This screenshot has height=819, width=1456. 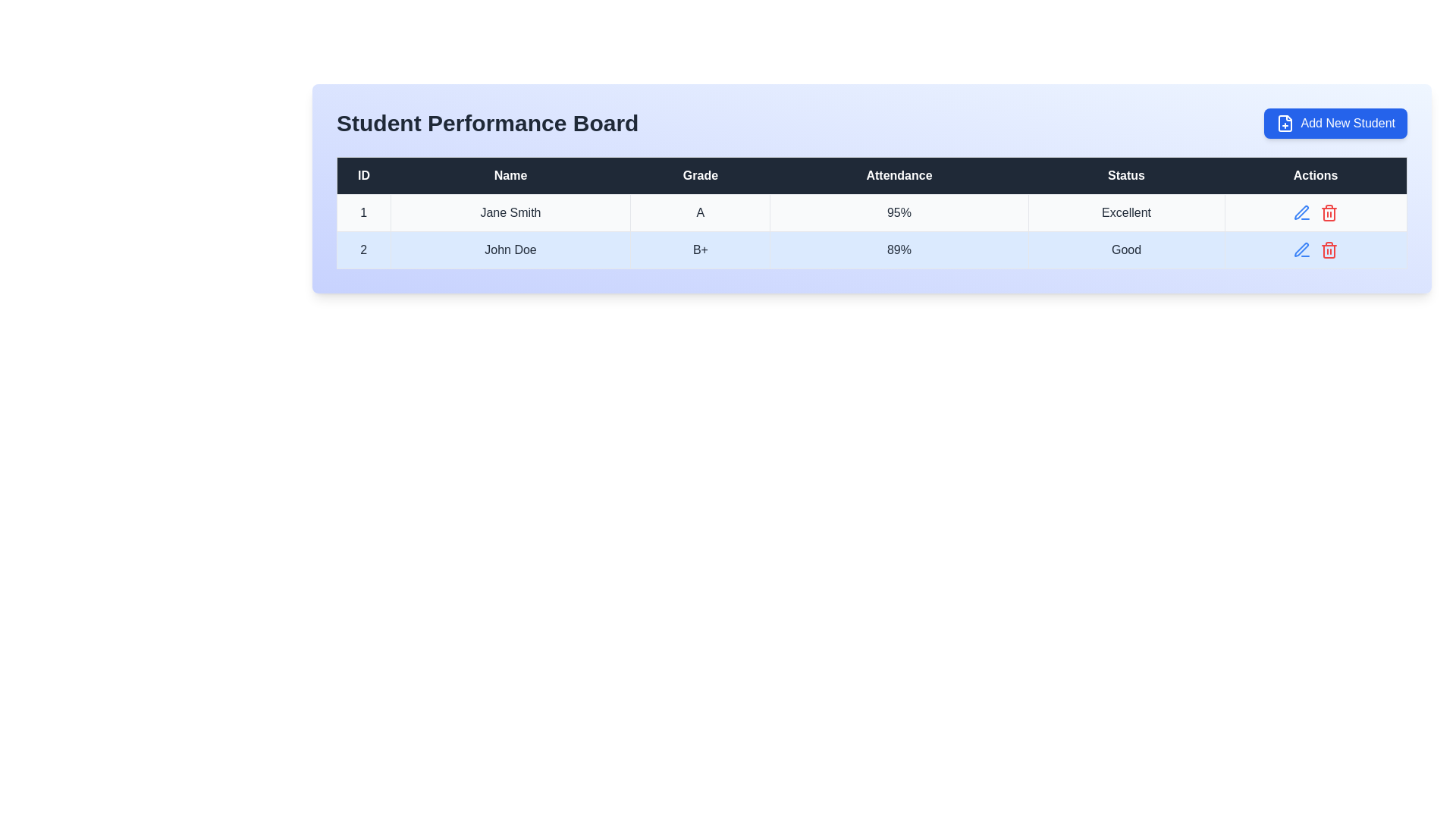 I want to click on the table cell displaying the number '2', which is located in the second row and first column of the table under the header 'ID', so click(x=362, y=249).